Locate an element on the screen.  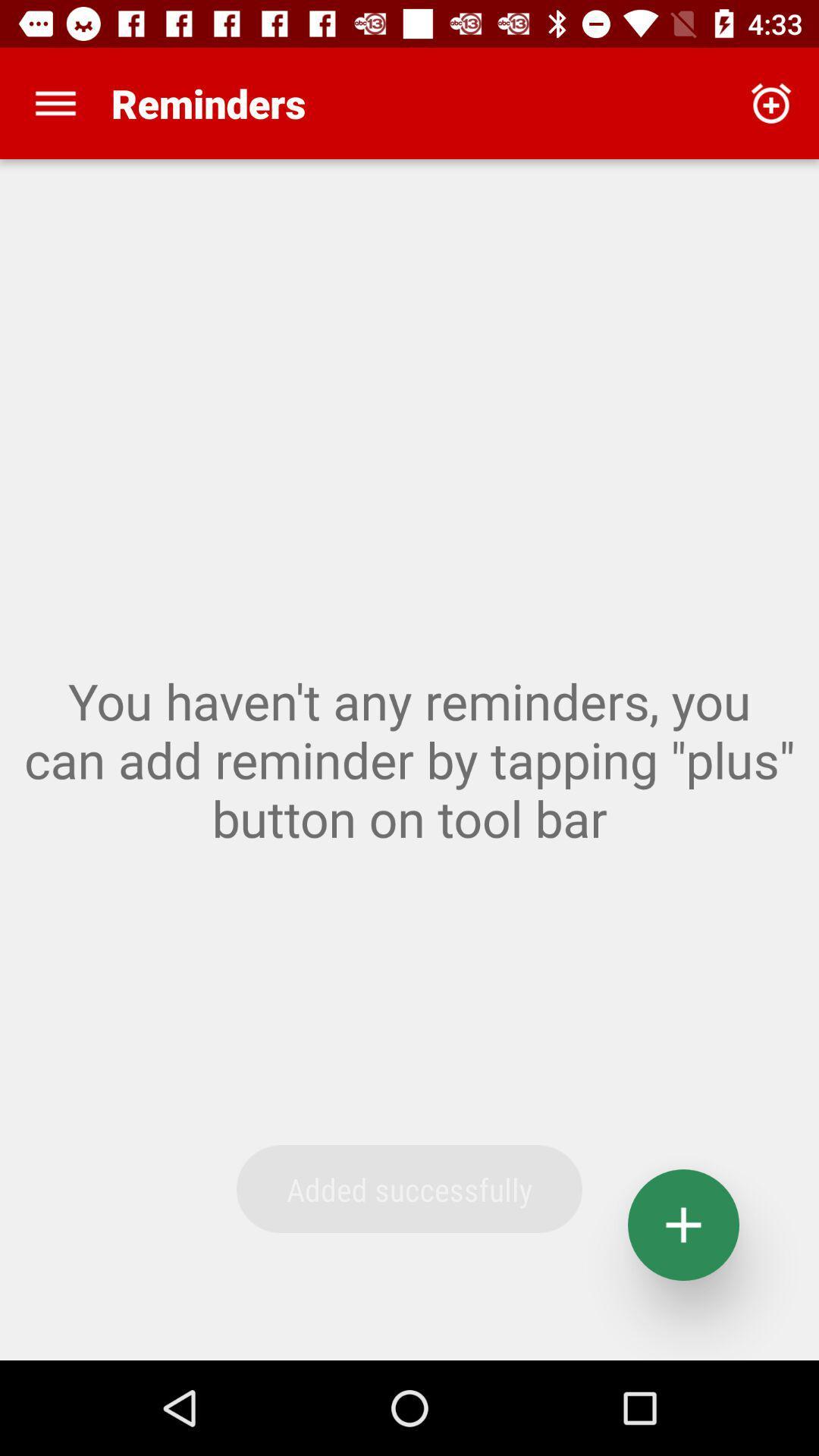
app to the left of reminders item is located at coordinates (55, 102).